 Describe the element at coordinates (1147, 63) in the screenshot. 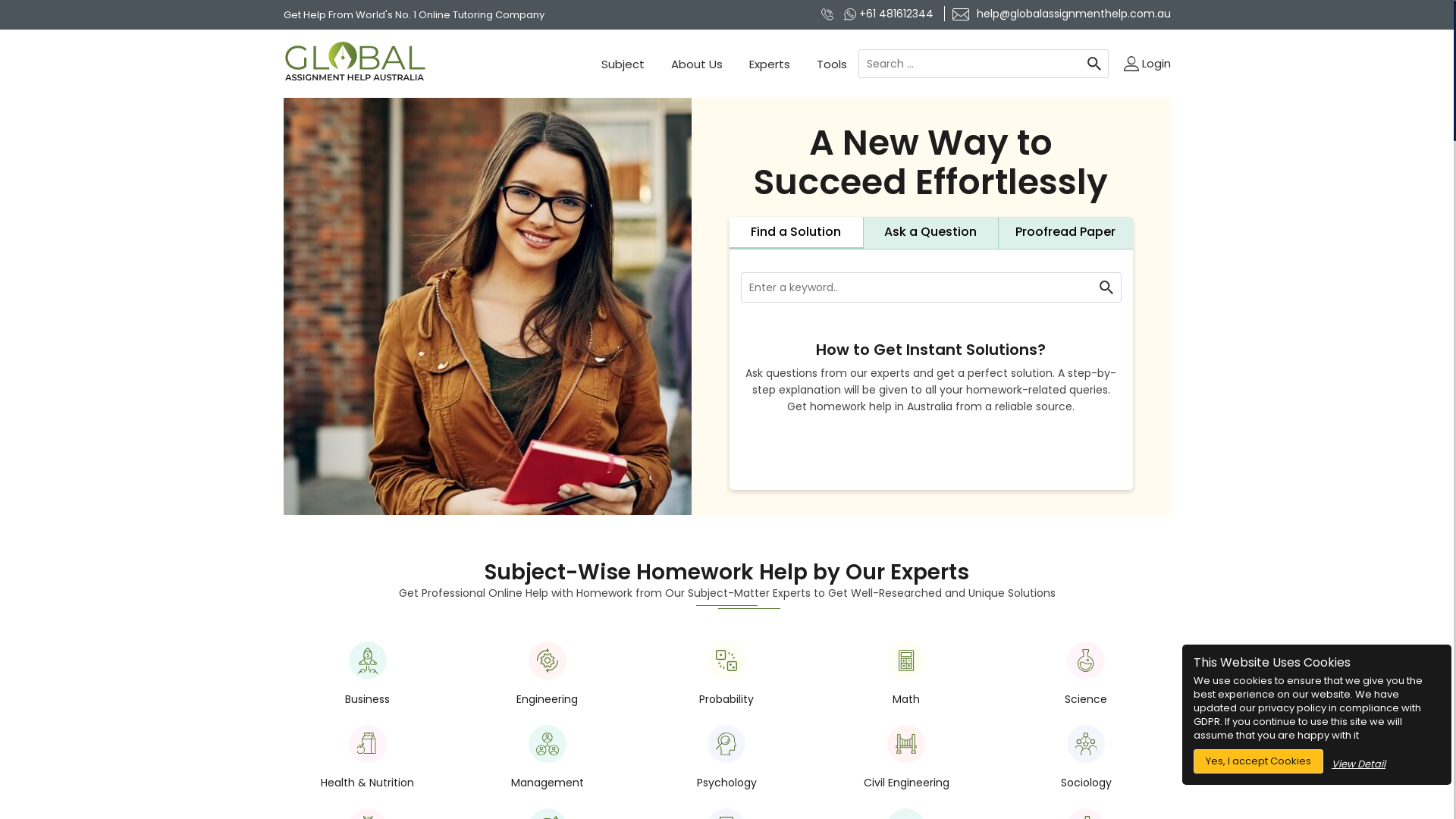

I see `'Login'` at that location.